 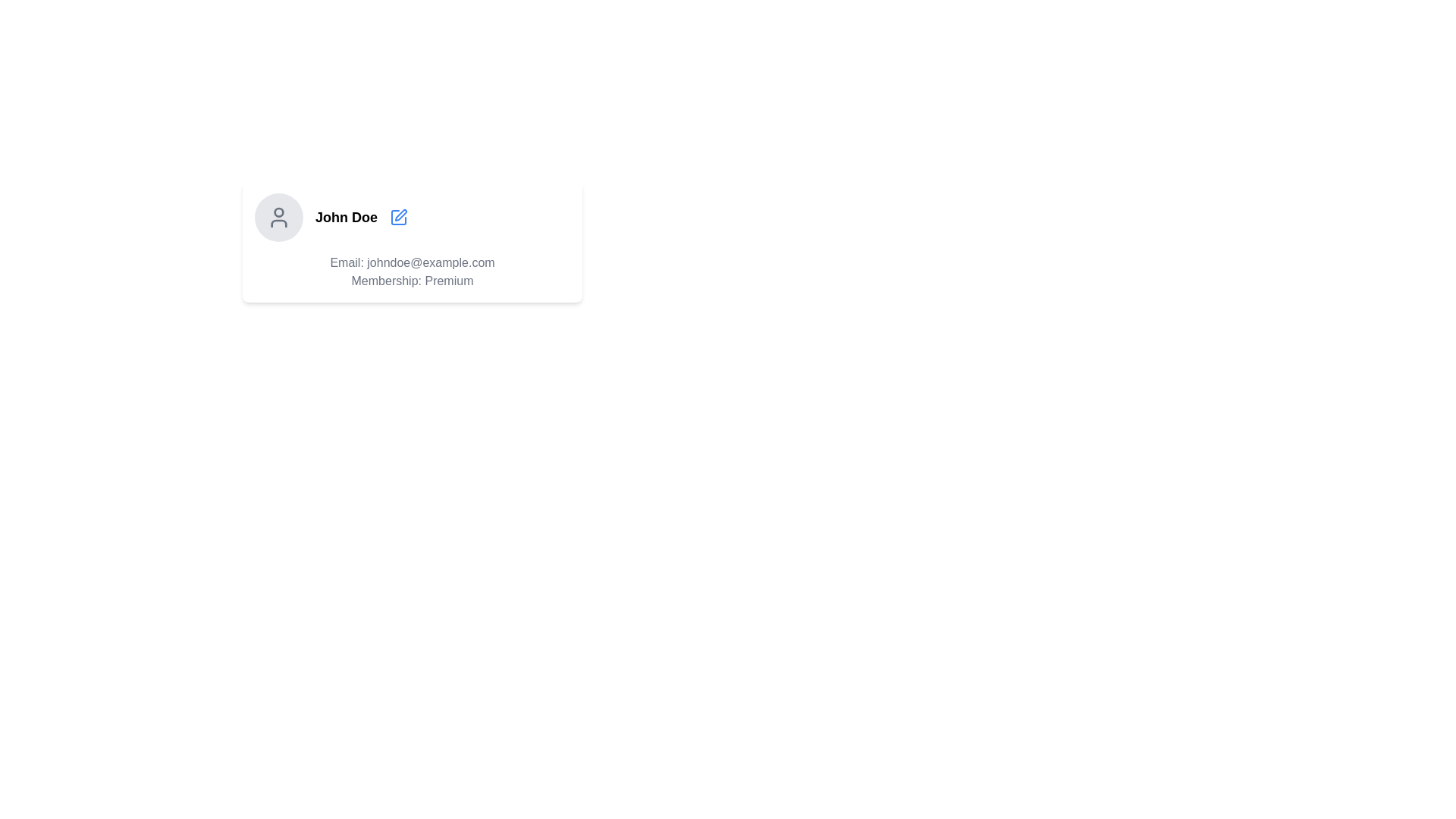 I want to click on the edit icon button located to the right of 'John Doe', so click(x=399, y=217).